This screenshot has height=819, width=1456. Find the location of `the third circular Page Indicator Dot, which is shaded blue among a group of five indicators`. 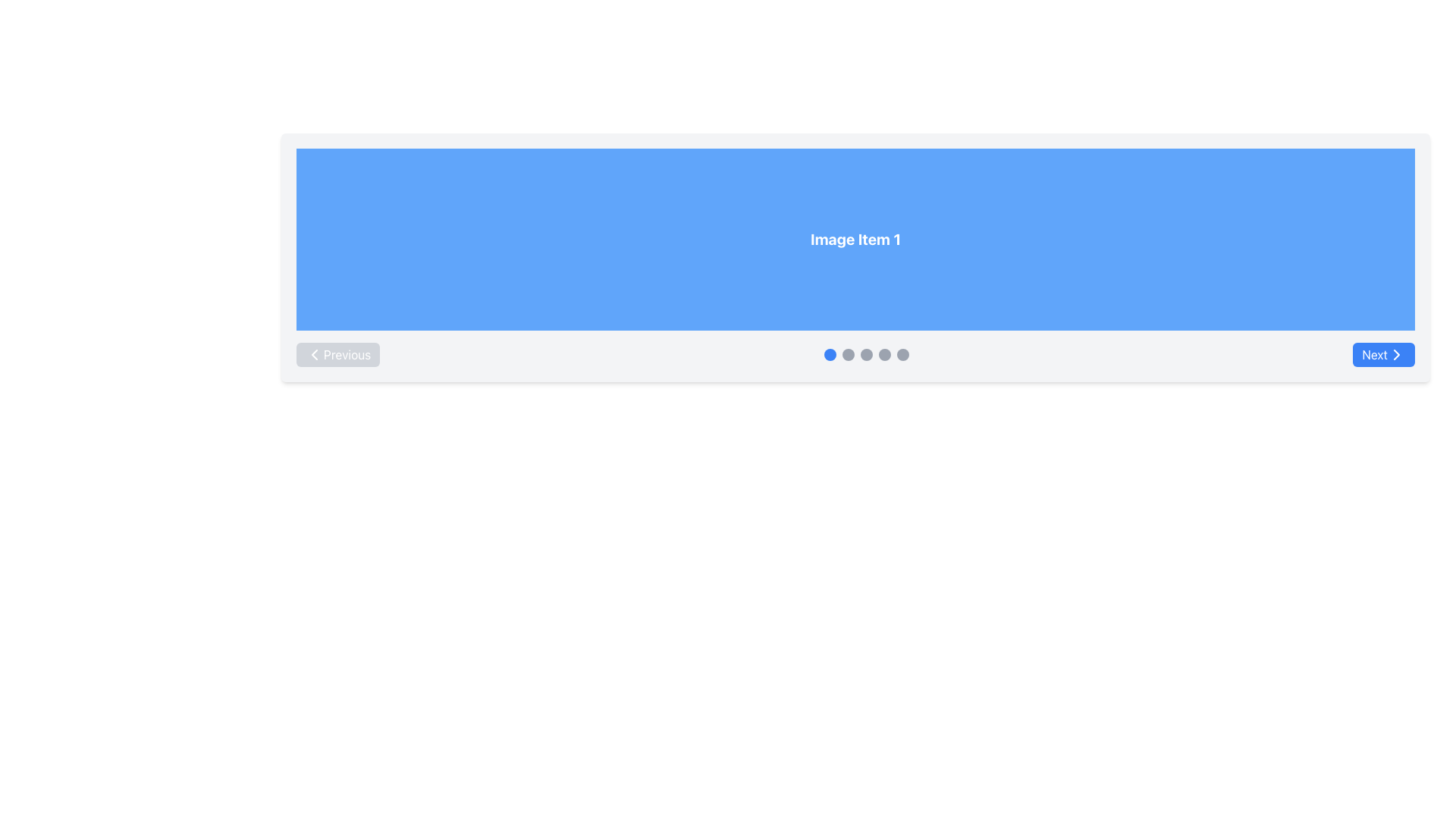

the third circular Page Indicator Dot, which is shaded blue among a group of five indicators is located at coordinates (866, 354).